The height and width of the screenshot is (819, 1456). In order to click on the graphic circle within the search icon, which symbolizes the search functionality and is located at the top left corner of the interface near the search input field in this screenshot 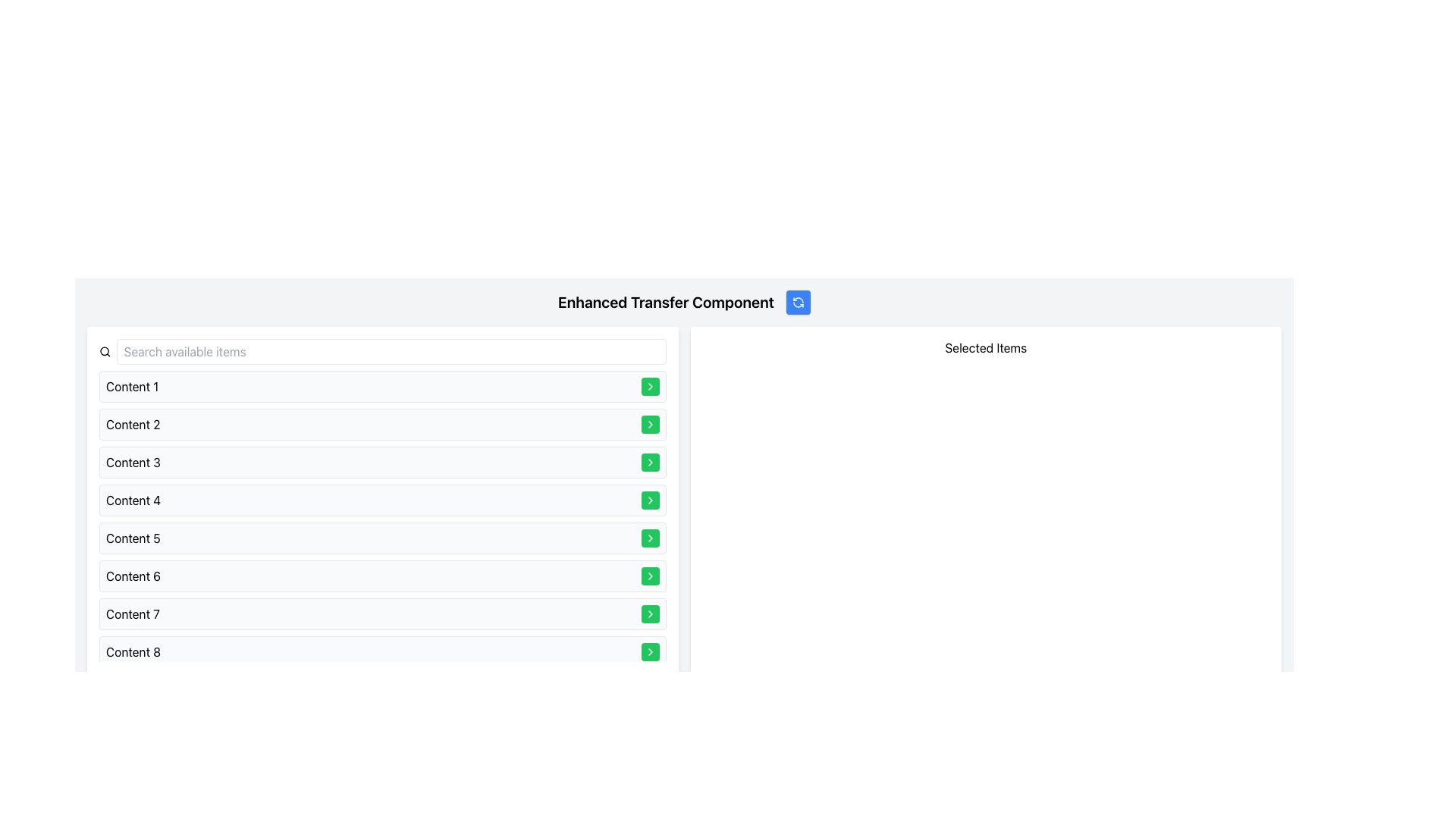, I will do `click(104, 351)`.